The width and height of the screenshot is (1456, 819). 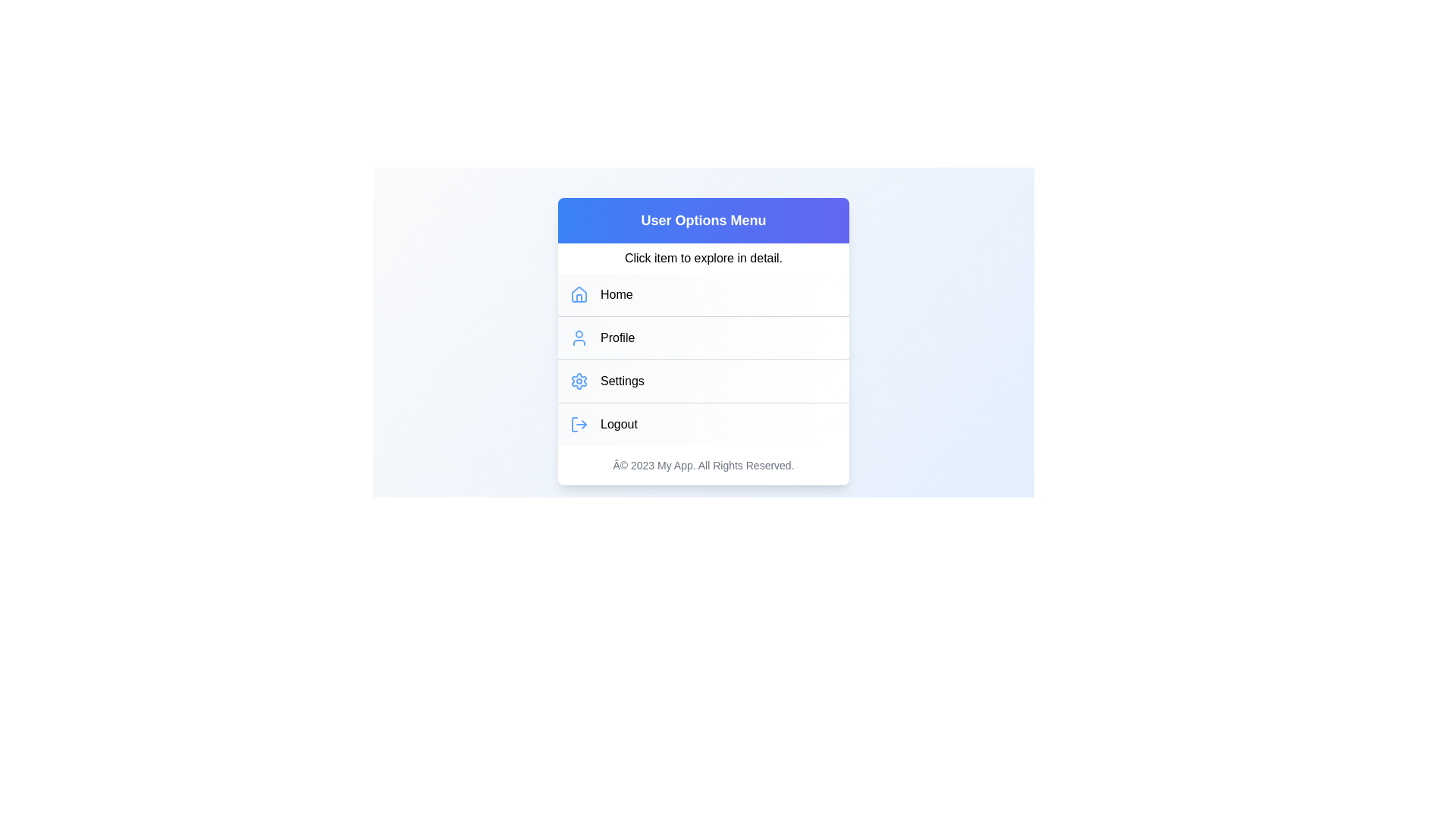 I want to click on the informational text section of the UserProfileMenu component, so click(x=702, y=257).